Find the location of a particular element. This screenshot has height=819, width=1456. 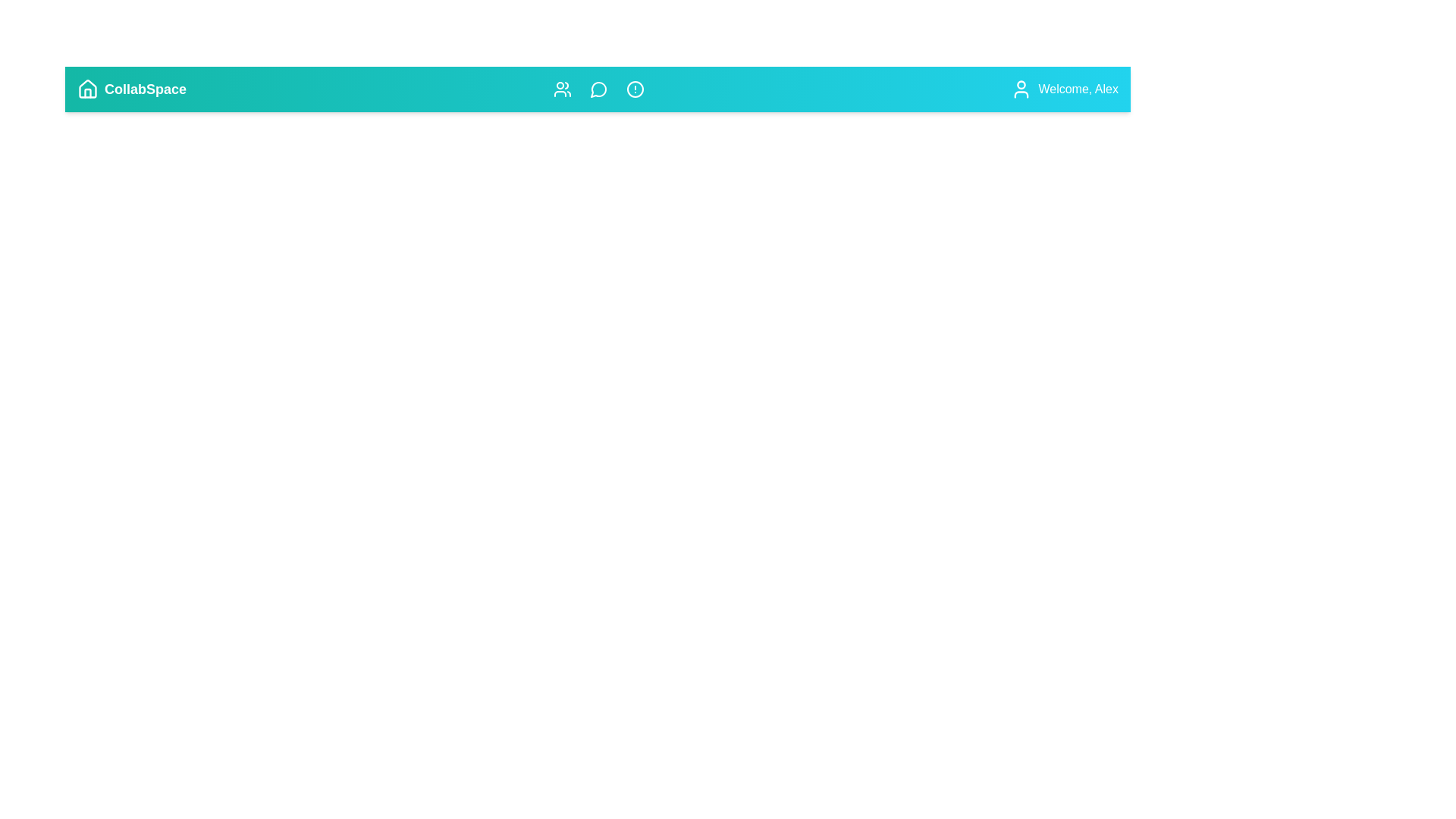

the icon labeled Messages to view its tooltip is located at coordinates (598, 89).